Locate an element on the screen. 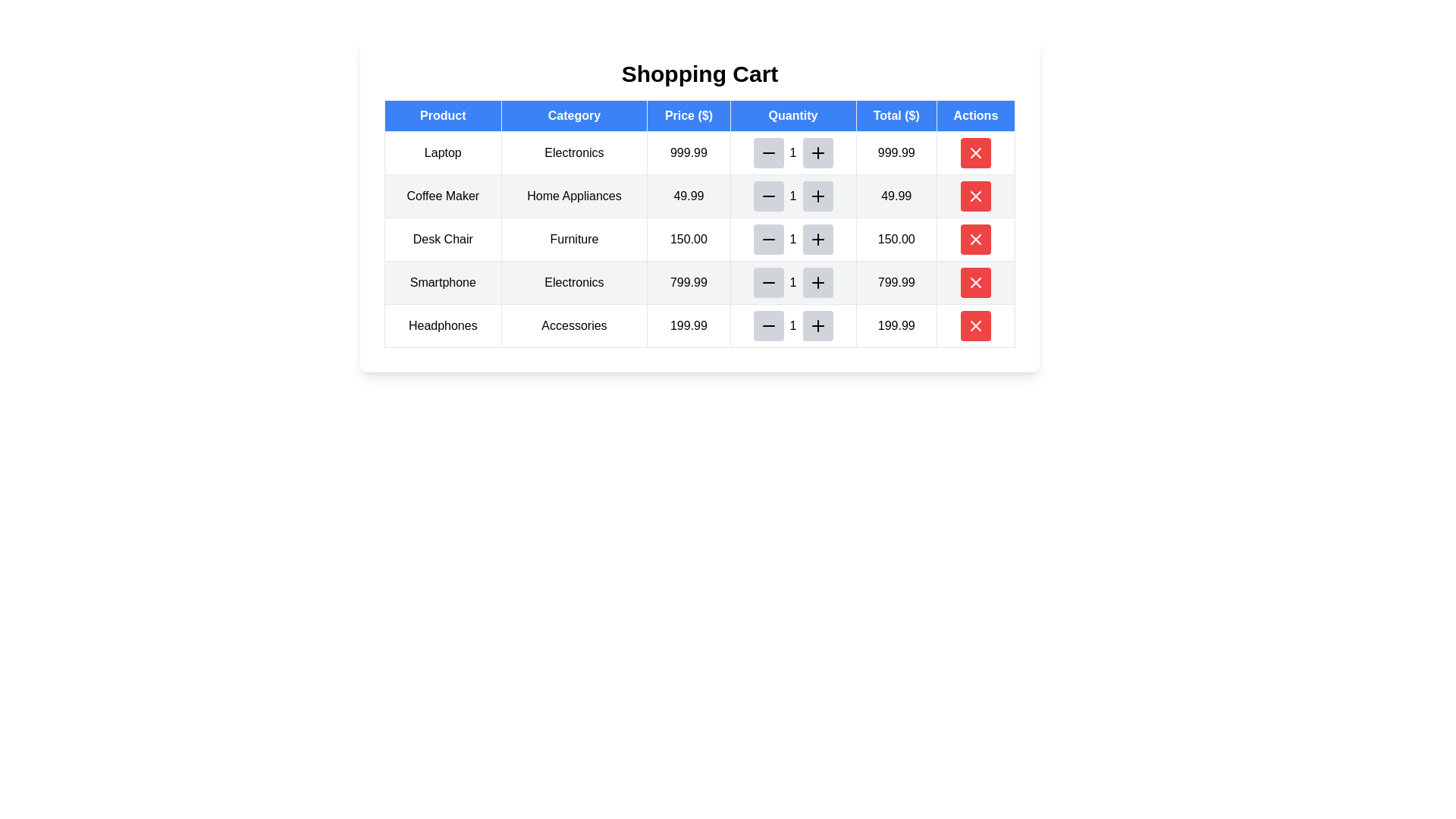 The width and height of the screenshot is (1456, 819). the text label displaying the word 'Furniture' in the third row of the shopping cart table under the 'Category' column, adjacent to the 'Desk Chair' label and the price value '150.00' is located at coordinates (573, 239).